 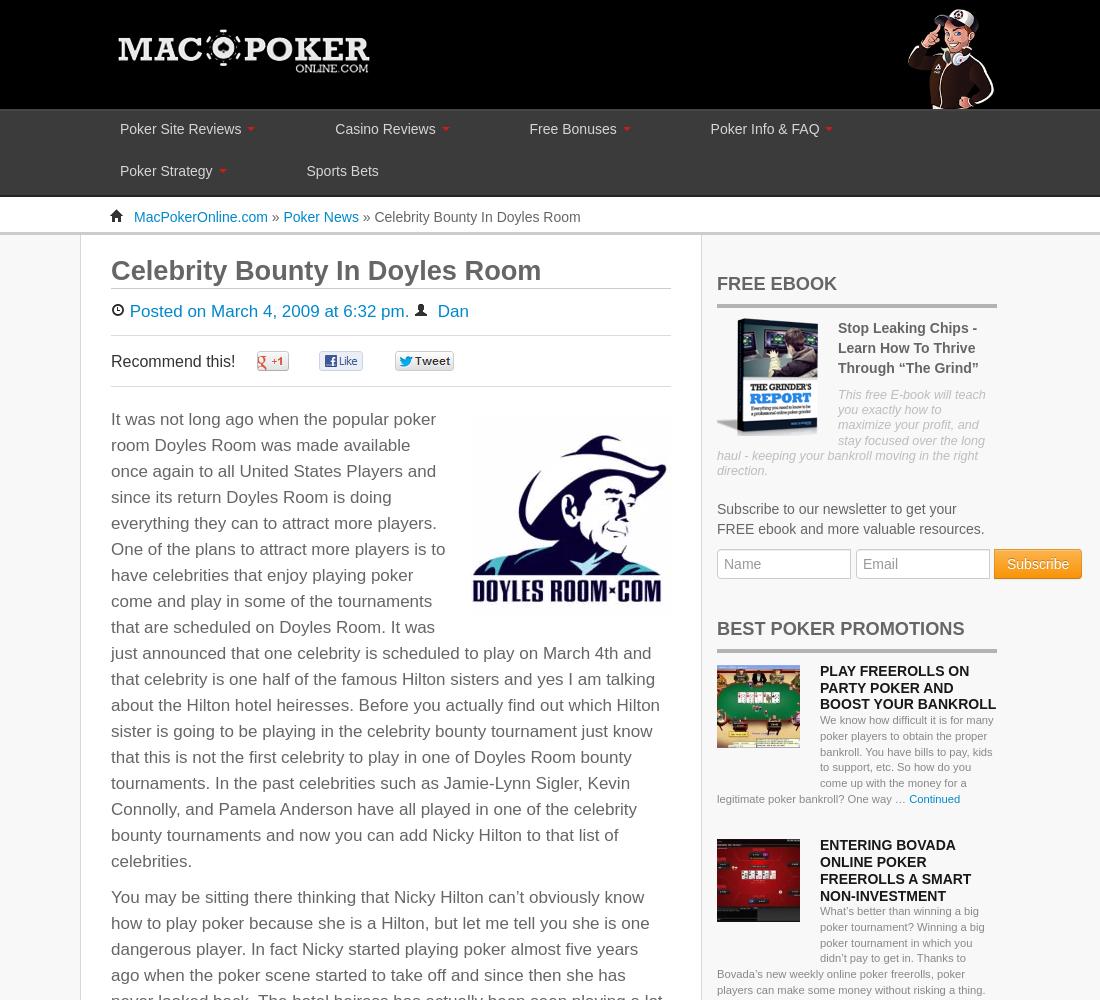 I want to click on 'It was not long ago when the popular poker room Doyles Room was made available once again to all United States Players and since its return Doyles Room is doing everything they can to attract more players. One of the plans to attract more players is to have celebrities that enjoy playing poker come and play in some of the tournaments that are scheduled on Doyles Room. It was just announced that one celebrity is scheduled to play on March 4th and that celebrity is one half of the famous Hilton sisters and yes I am talking about the Hilton hotel heiresses. Before you actually find out which Hilton sister is going to be playing in the celebrity bounty tournament just know that this is not the first celebrity to play in one of Doyles Room bounty tournaments. In the past celebrities such as Jamie-Lynn Sigler, Kevin Connolly, and Pamela Anderson have all played in one of the celebrity bounty tournaments and now you can add Nicky Hilton to that list of celebrities.', so click(x=385, y=639).